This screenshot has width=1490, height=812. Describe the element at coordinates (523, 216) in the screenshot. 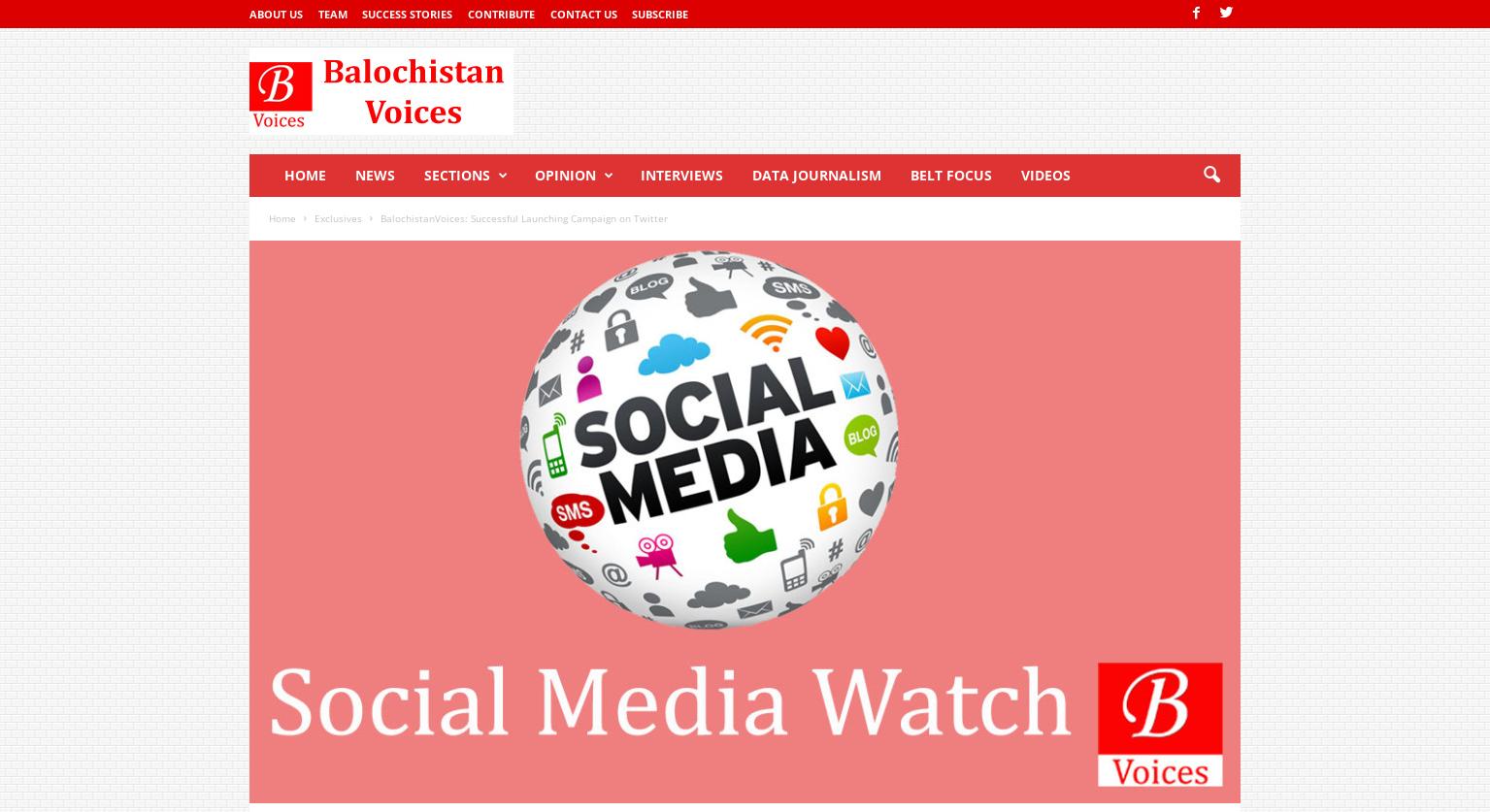

I see `'BalochistanVoices: Successful Launching Campaign on Twitter'` at that location.